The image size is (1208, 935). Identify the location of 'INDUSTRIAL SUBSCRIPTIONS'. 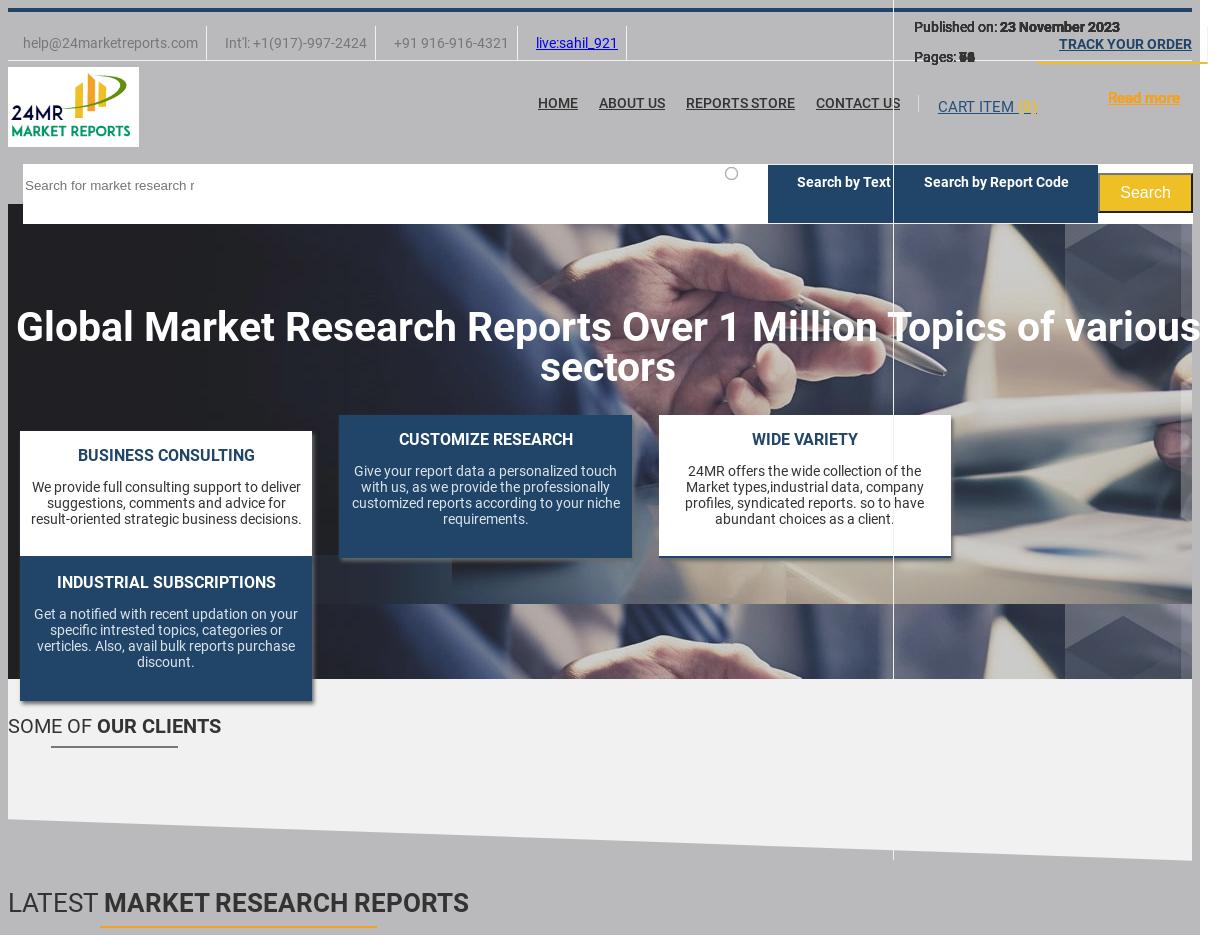
(165, 582).